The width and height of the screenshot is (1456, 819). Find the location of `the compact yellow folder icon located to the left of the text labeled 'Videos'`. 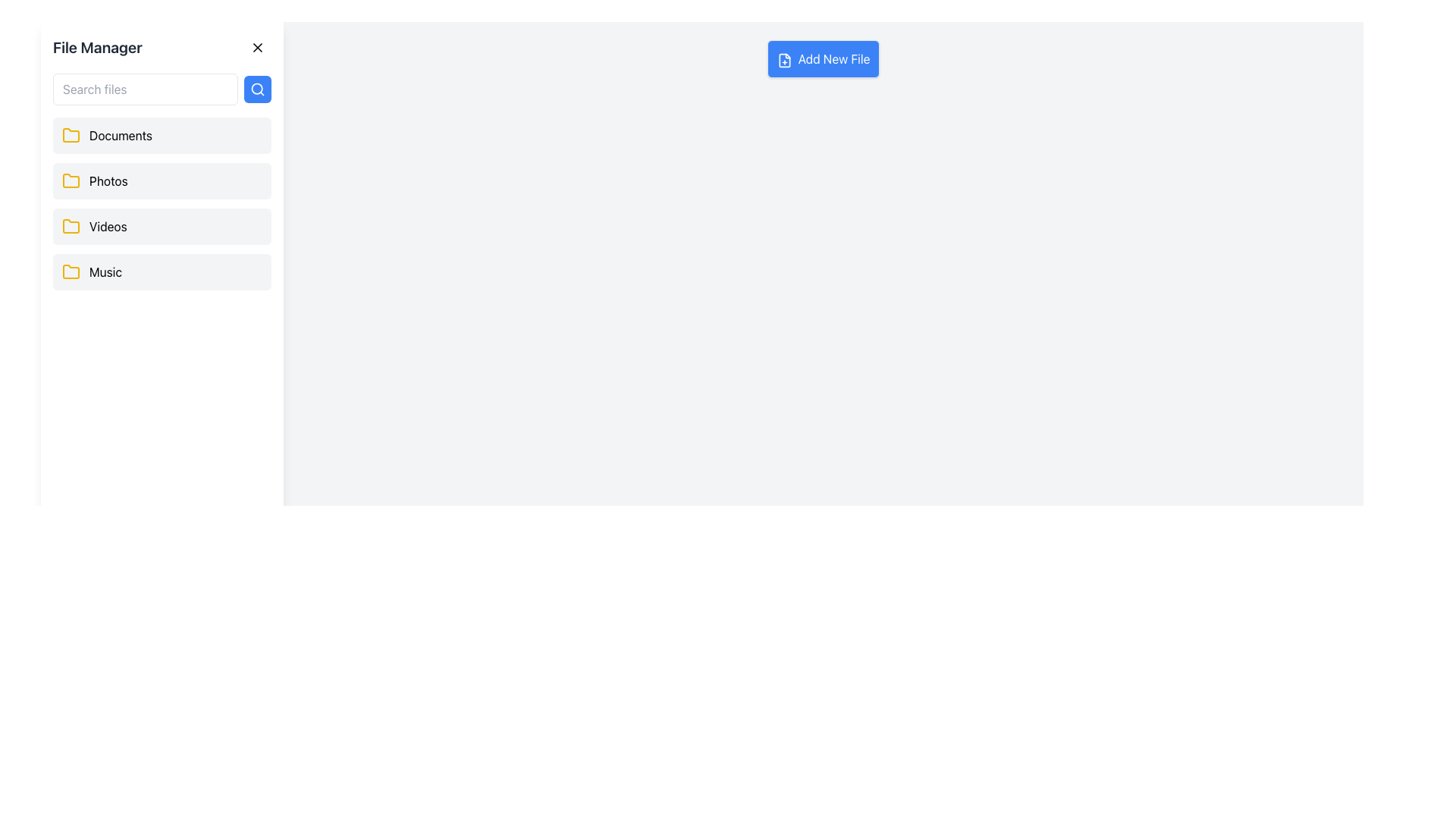

the compact yellow folder icon located to the left of the text labeled 'Videos' is located at coordinates (71, 227).